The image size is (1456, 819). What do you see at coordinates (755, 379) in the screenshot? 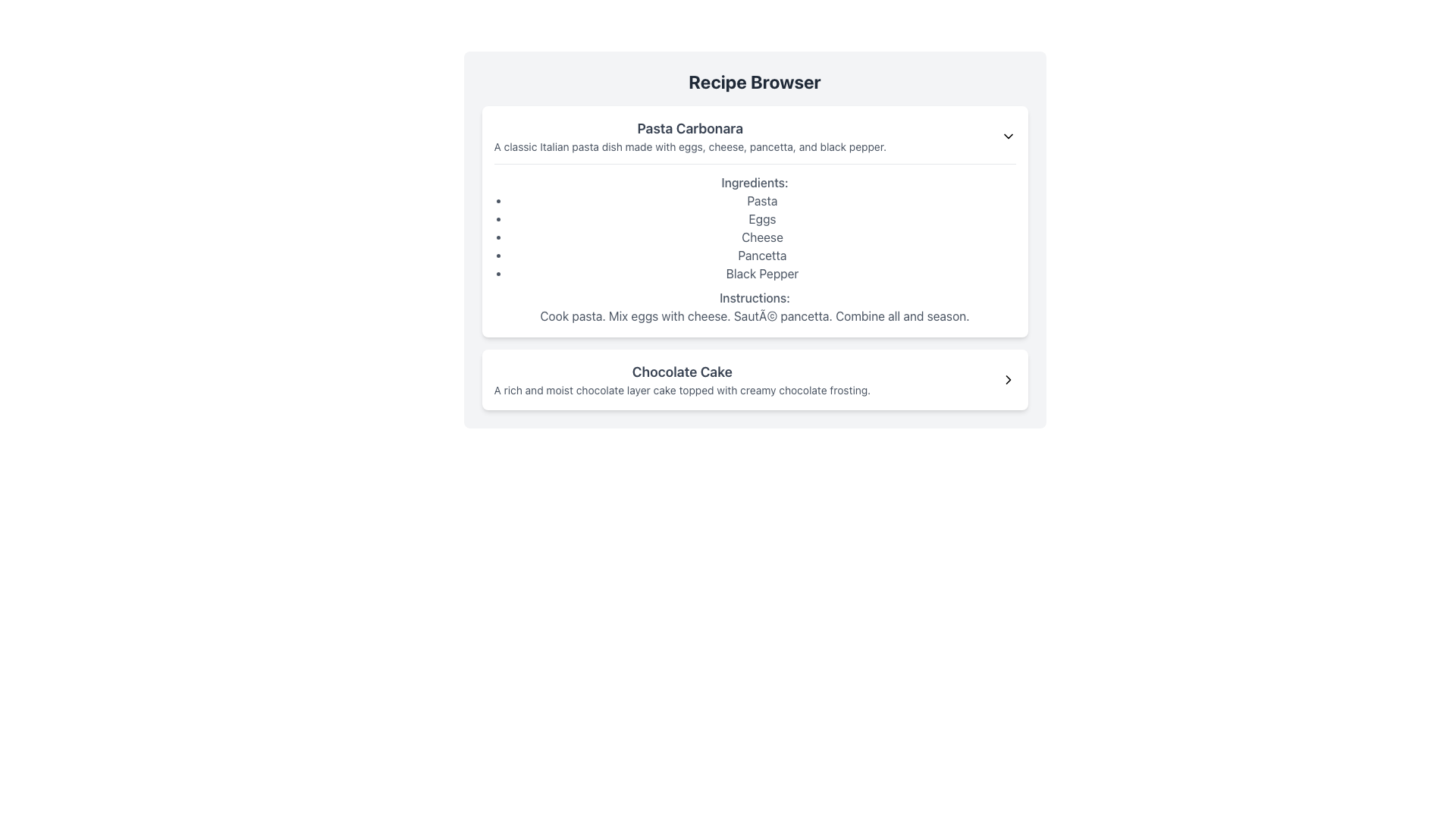
I see `the list item titled 'Chocolate Cake'` at bounding box center [755, 379].